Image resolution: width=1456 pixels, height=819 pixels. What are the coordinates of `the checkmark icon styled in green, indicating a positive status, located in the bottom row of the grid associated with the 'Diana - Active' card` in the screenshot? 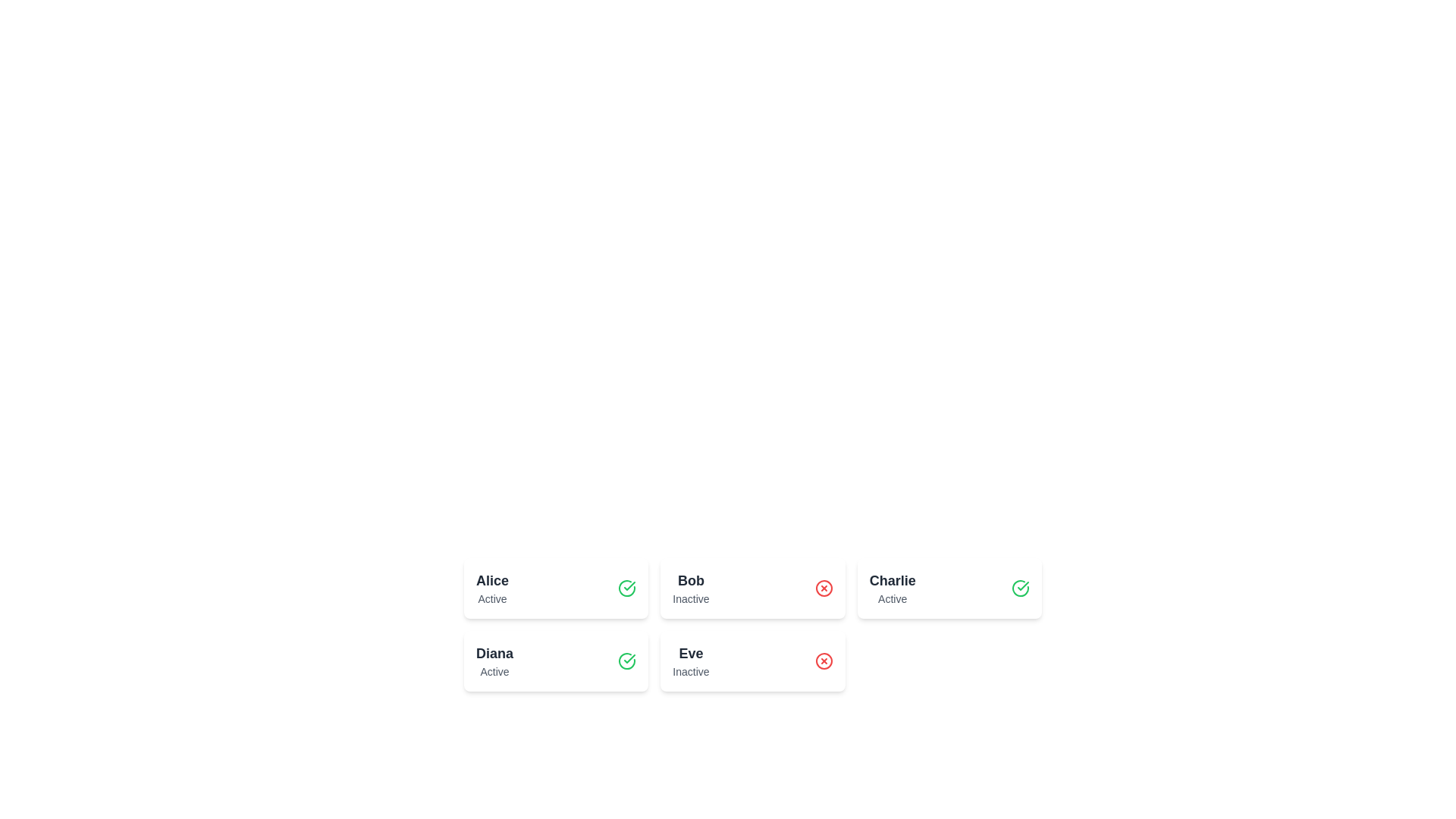 It's located at (629, 657).